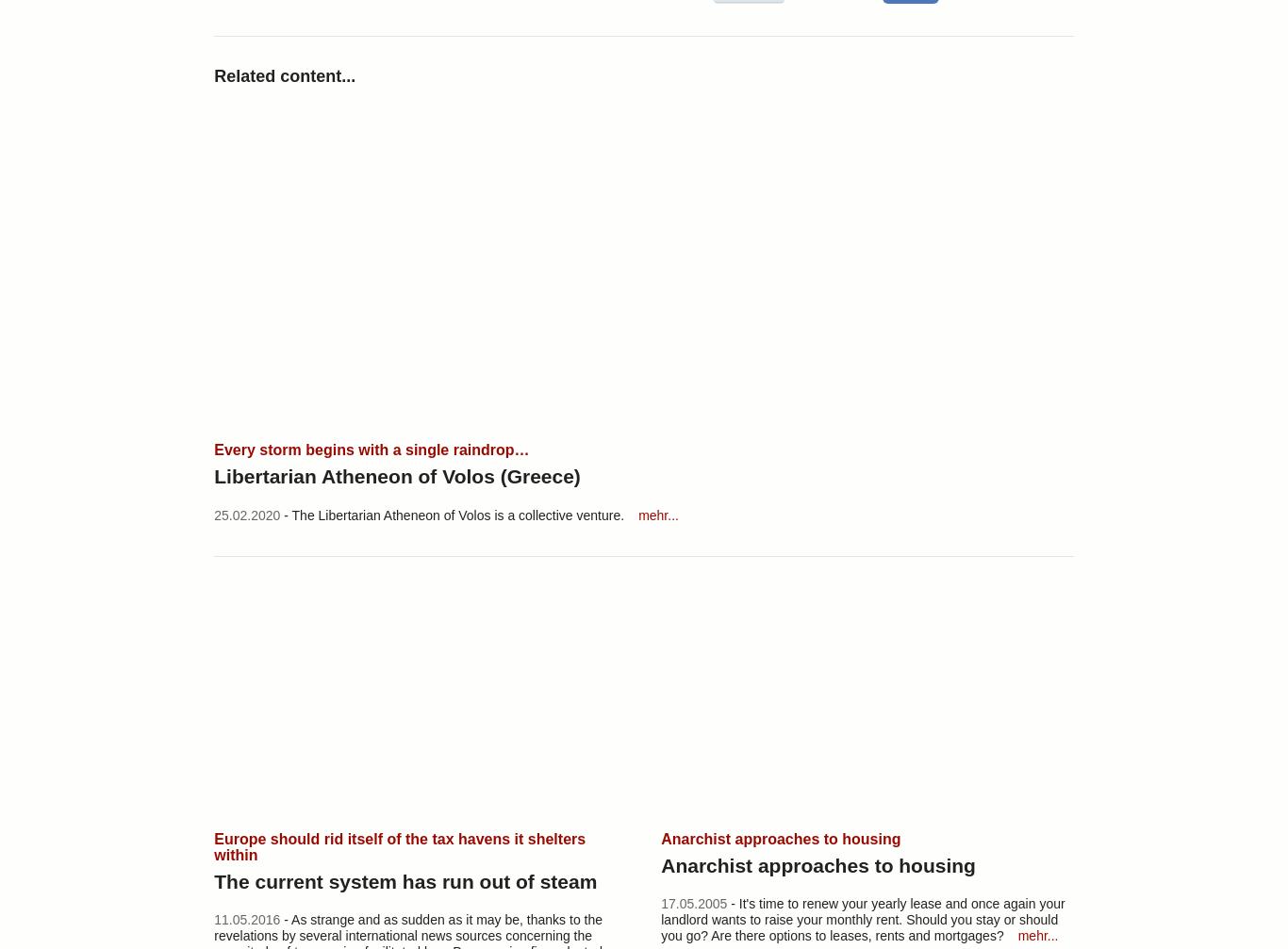 This screenshot has height=949, width=1288. I want to click on 'Related content...', so click(285, 75).